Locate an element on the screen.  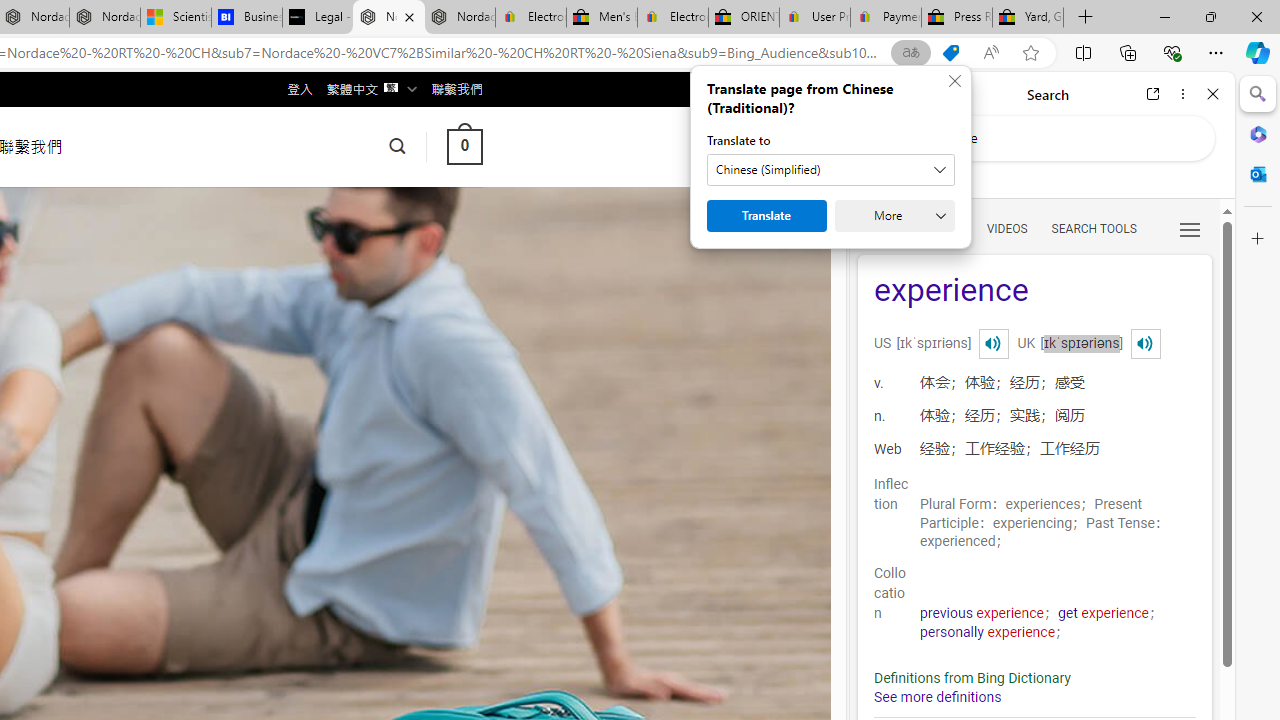
'User Privacy Notice | eBay' is located at coordinates (814, 17).